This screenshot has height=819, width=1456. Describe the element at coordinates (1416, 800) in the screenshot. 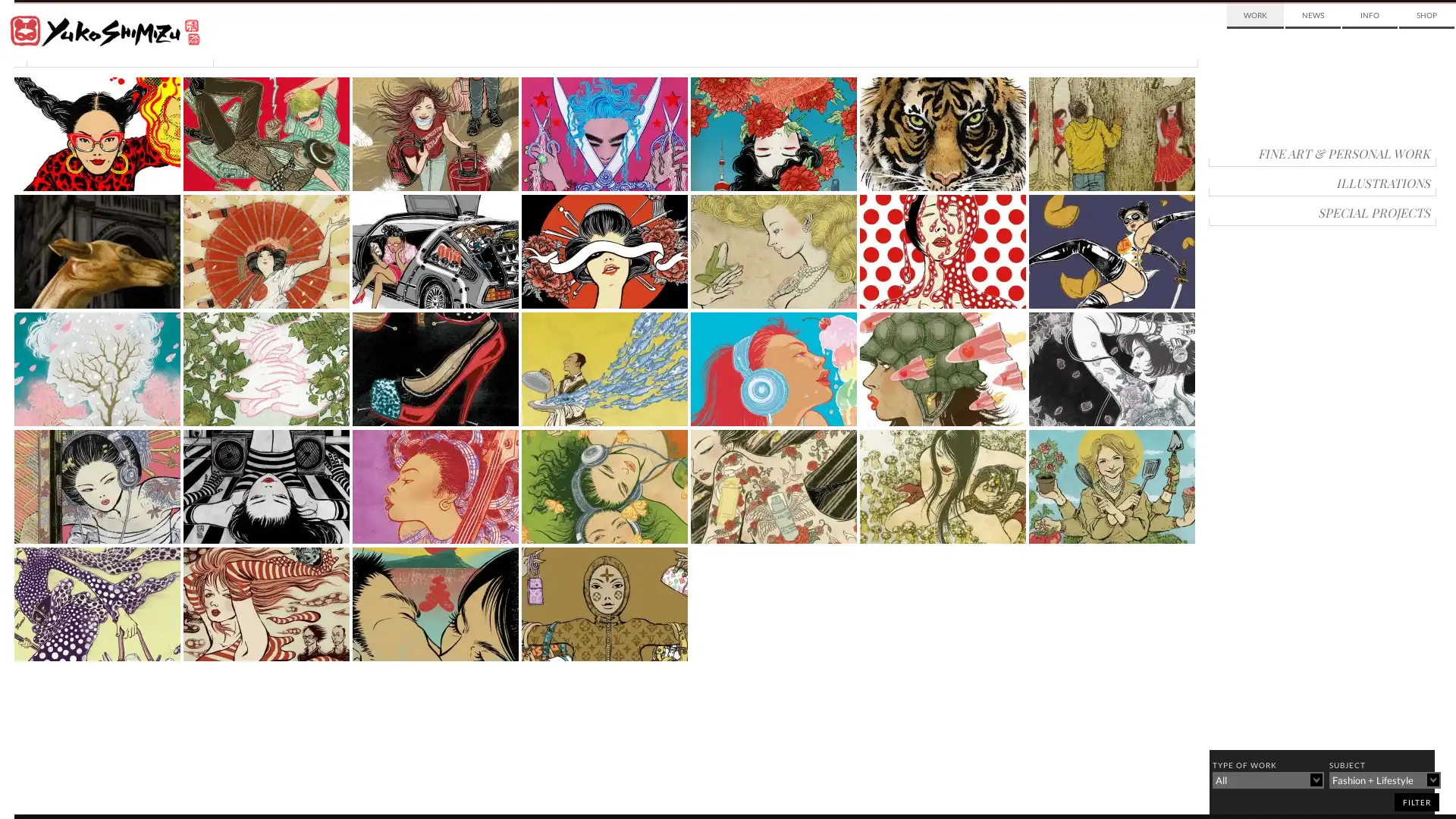

I see `filter` at that location.